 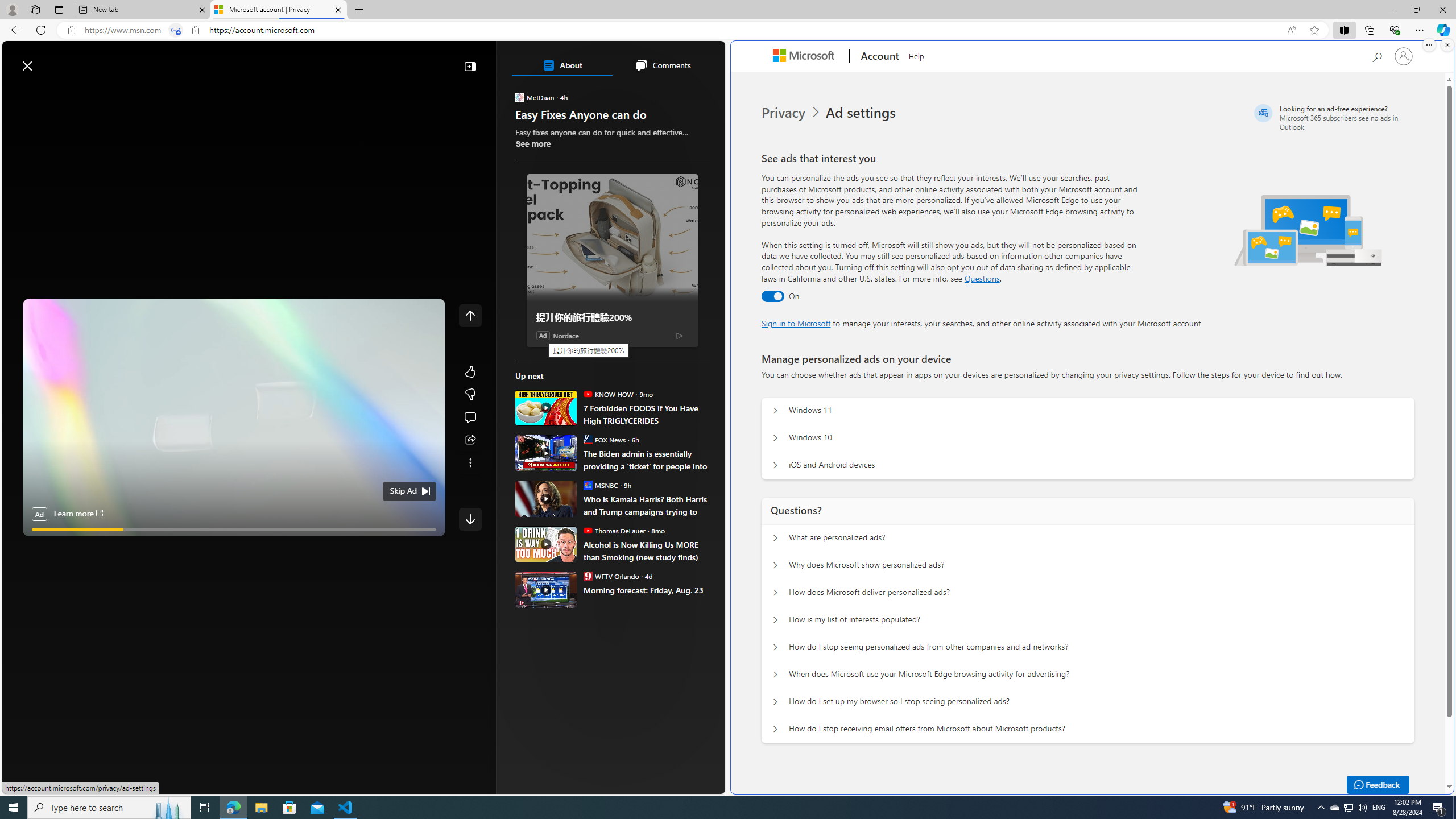 I want to click on 'Questions? What are personalized ads?', so click(x=775, y=537).